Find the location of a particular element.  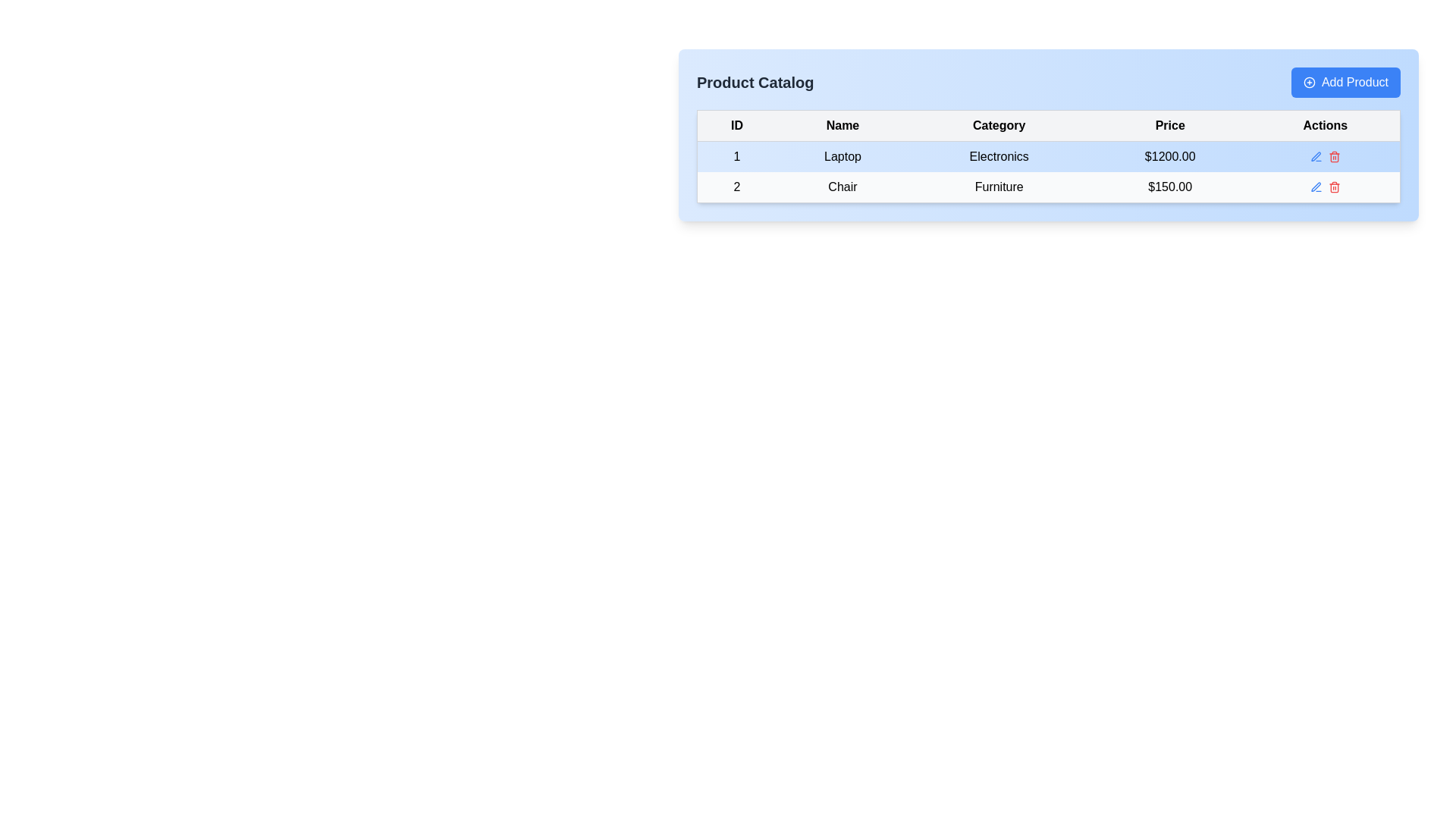

the static text label that identifies the row associated with the item ID, located under the column header 'ID' and in the same row as the text 'Laptop' is located at coordinates (736, 156).